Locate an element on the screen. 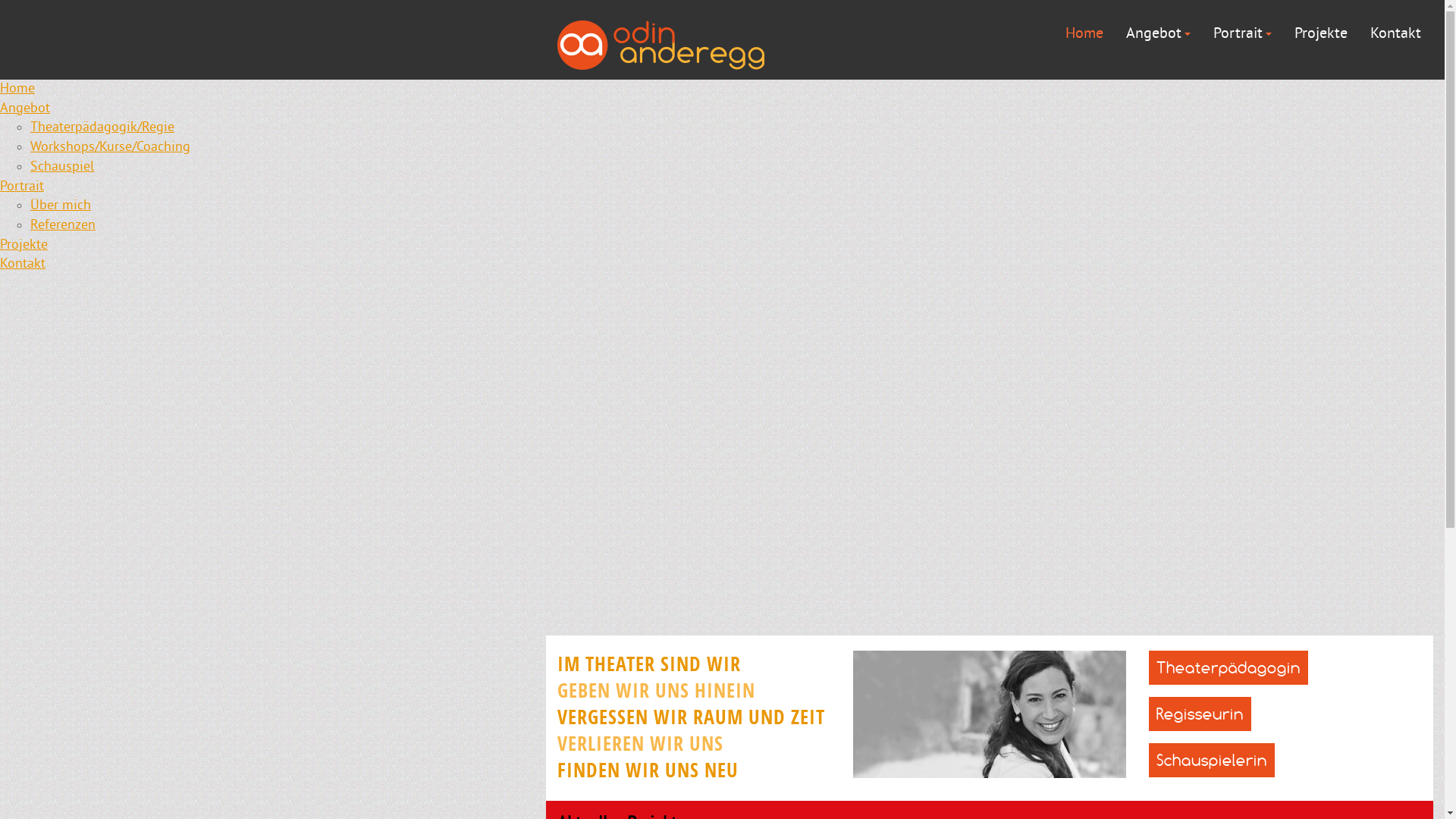 The width and height of the screenshot is (1456, 819). 'Workshops/Kurse/Coaching' is located at coordinates (109, 147).